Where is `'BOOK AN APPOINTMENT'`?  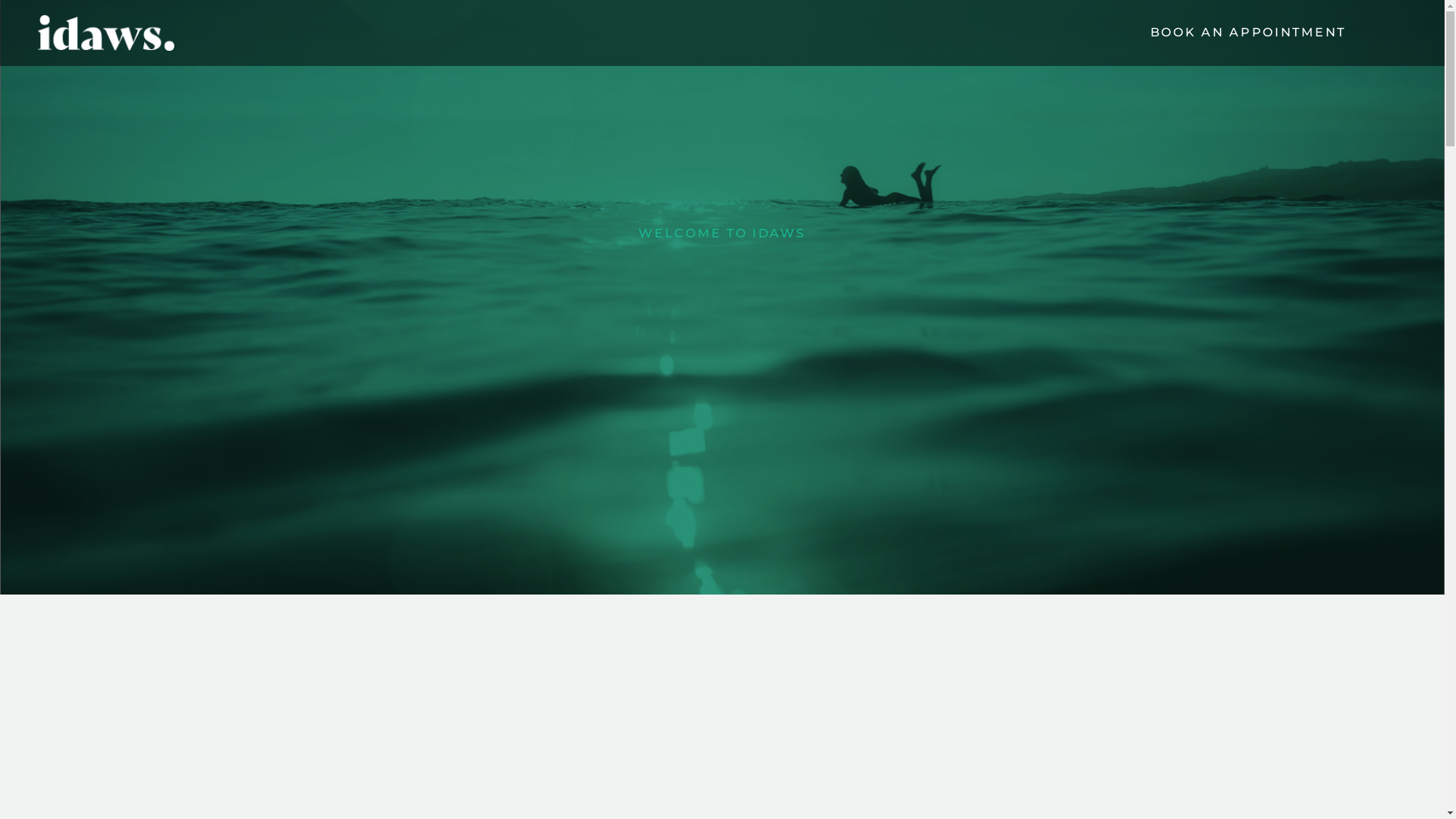 'BOOK AN APPOINTMENT' is located at coordinates (1248, 32).